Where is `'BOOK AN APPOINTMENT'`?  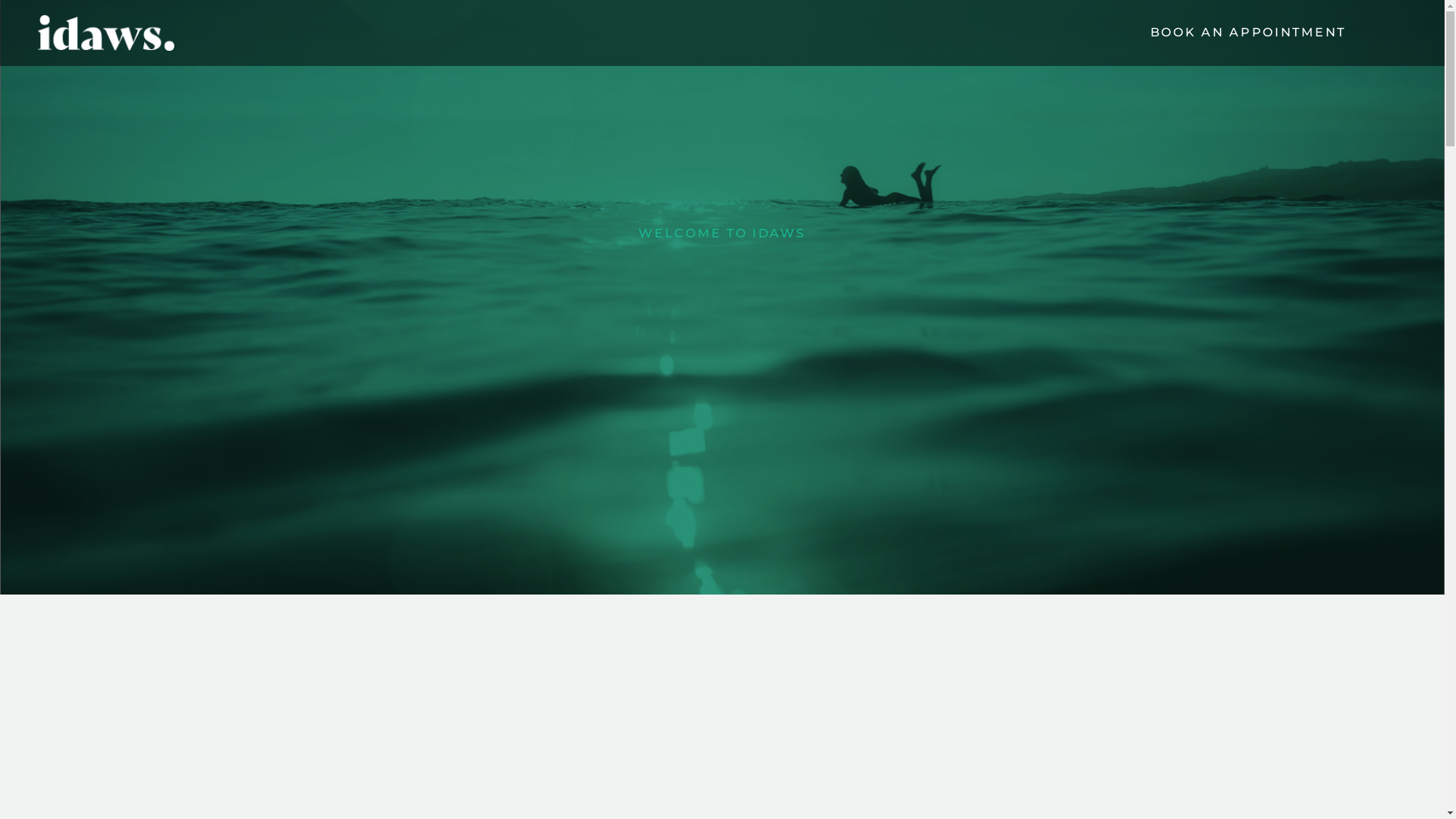 'BOOK AN APPOINTMENT' is located at coordinates (1248, 32).